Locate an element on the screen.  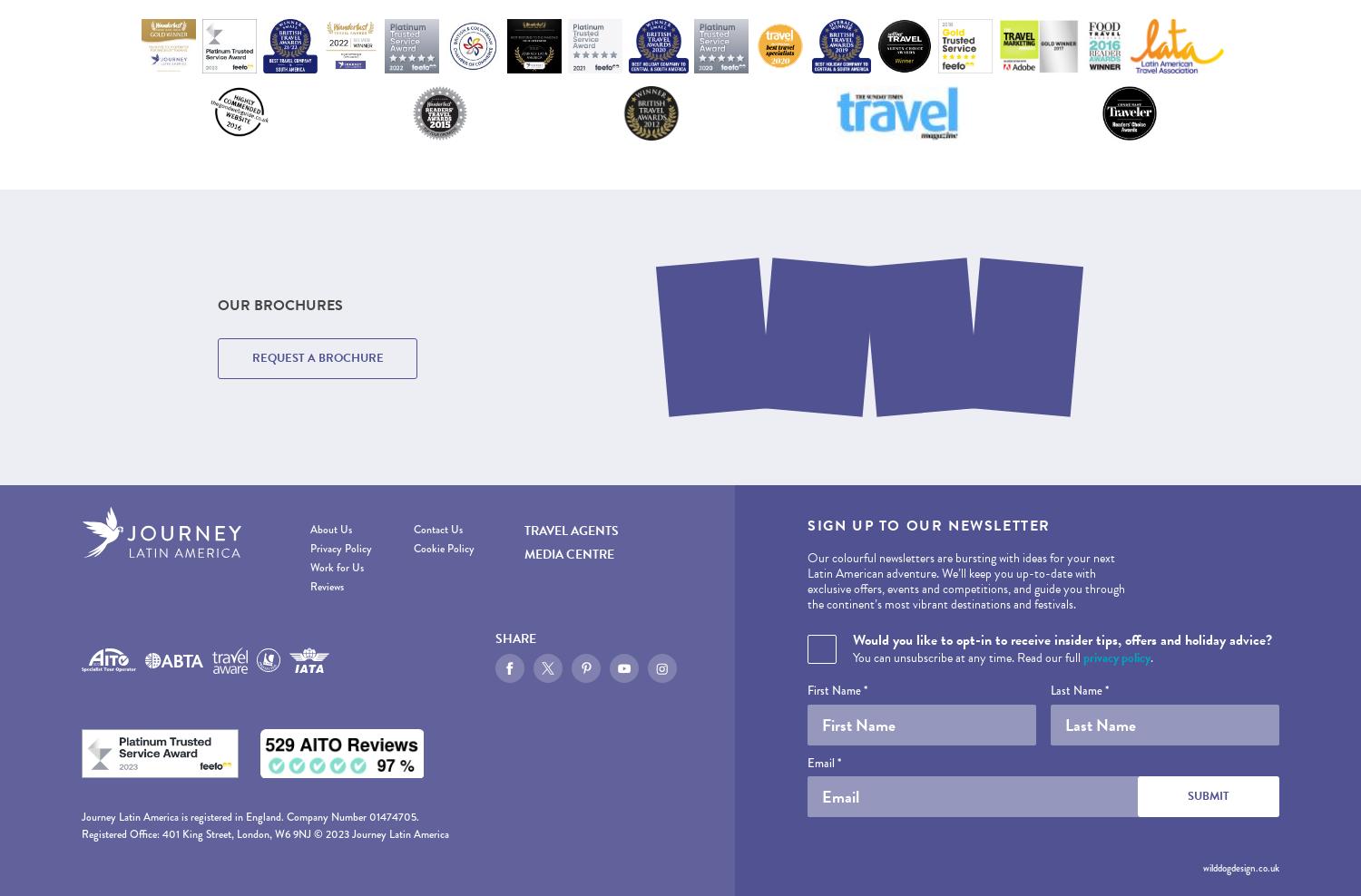
'Contact Us' is located at coordinates (436, 530).